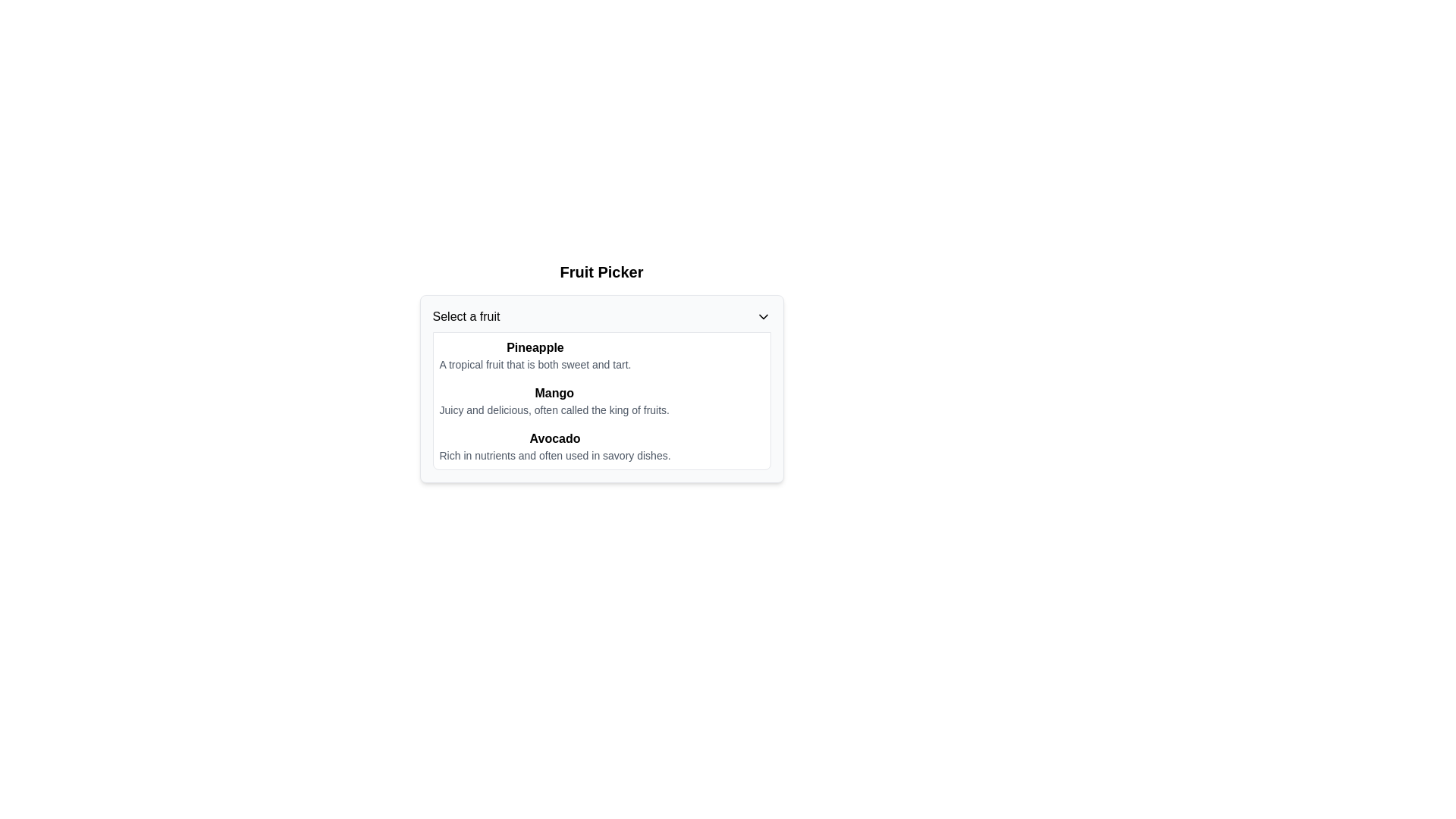  What do you see at coordinates (535, 356) in the screenshot?
I see `the list item with the bold heading 'Pineapple'` at bounding box center [535, 356].